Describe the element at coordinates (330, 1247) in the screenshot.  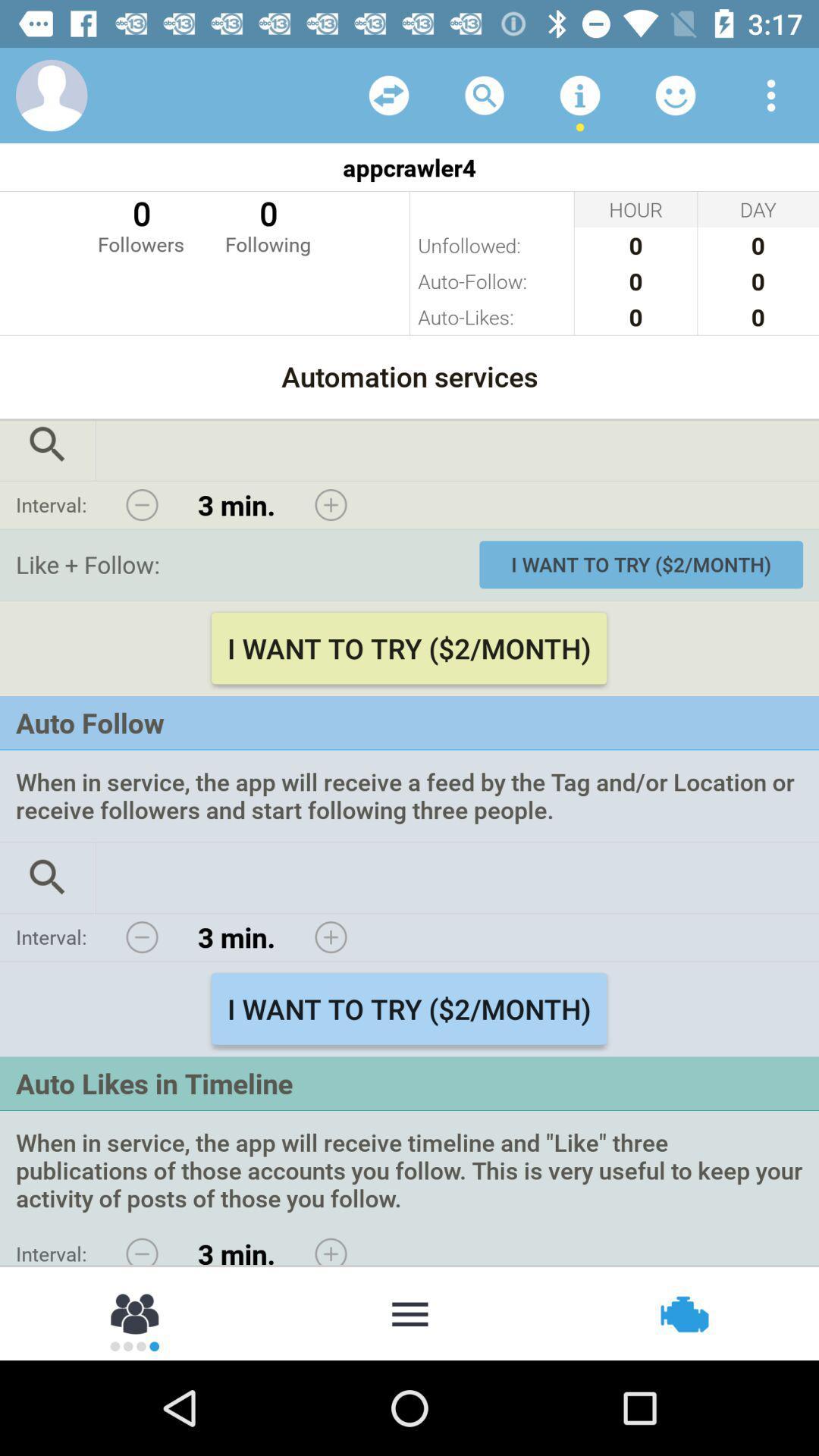
I see `increases time interval` at that location.